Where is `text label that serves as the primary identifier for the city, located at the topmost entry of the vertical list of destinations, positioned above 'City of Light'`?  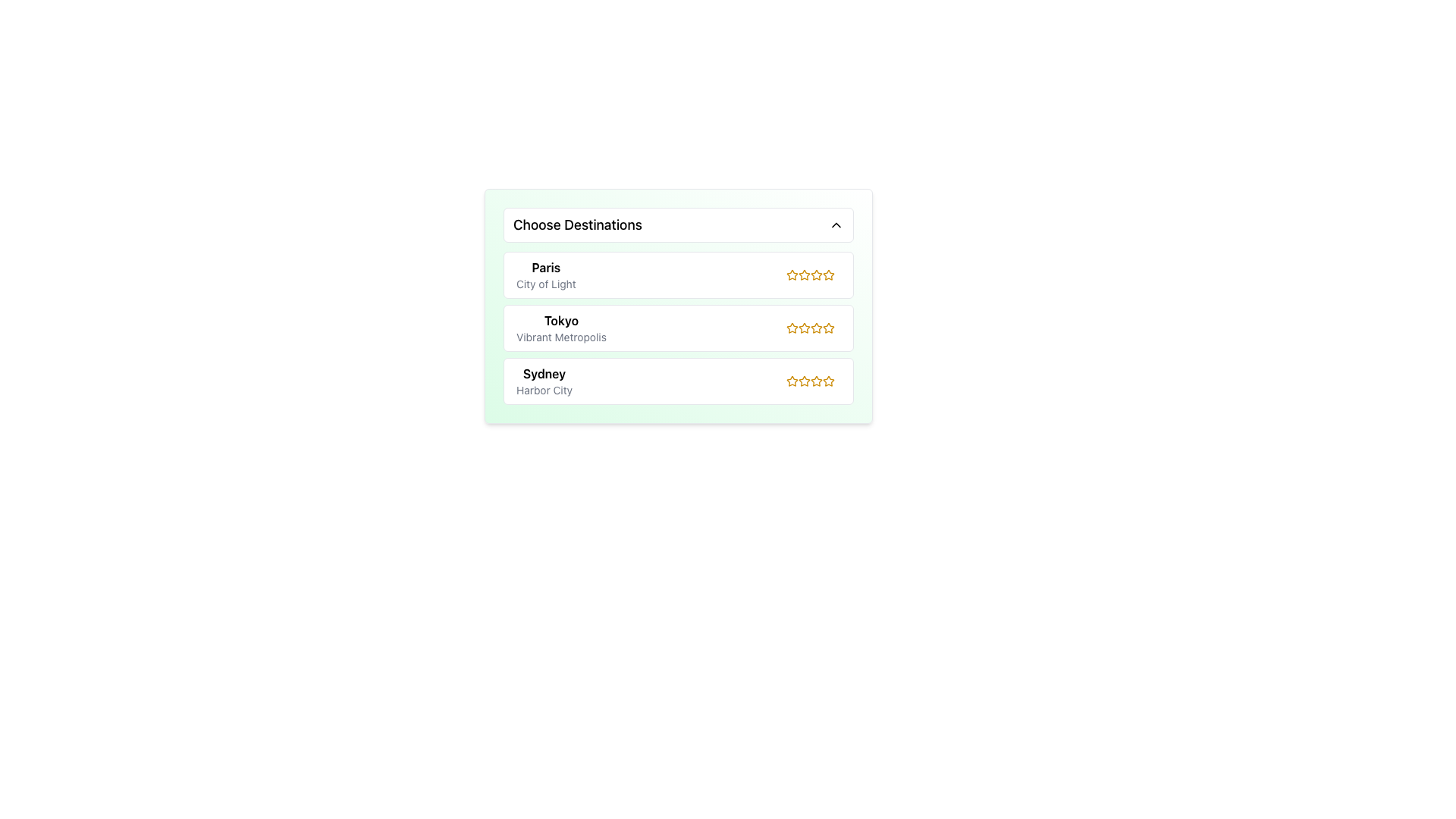
text label that serves as the primary identifier for the city, located at the topmost entry of the vertical list of destinations, positioned above 'City of Light' is located at coordinates (546, 267).